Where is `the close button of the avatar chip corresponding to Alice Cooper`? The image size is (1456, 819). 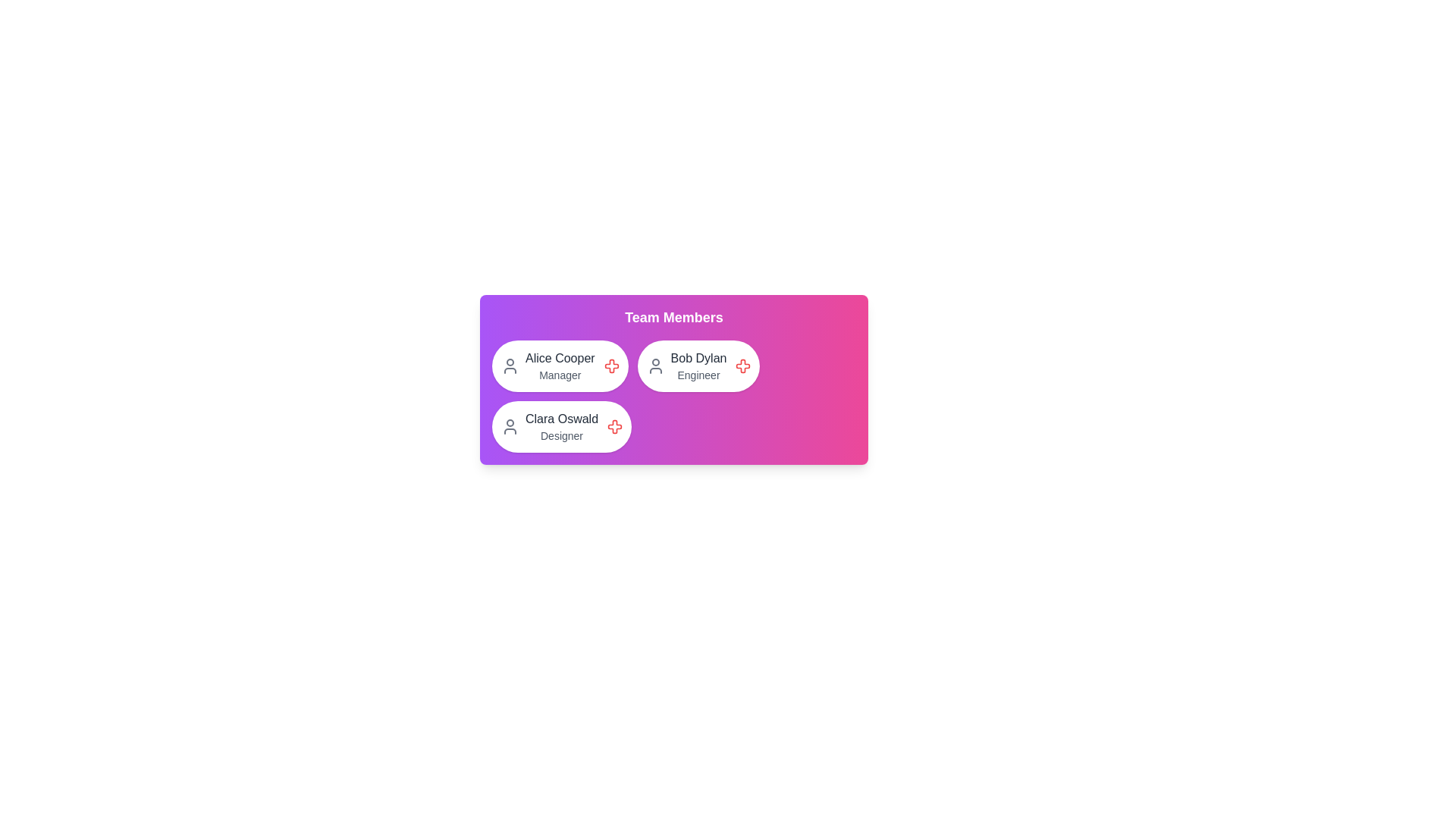
the close button of the avatar chip corresponding to Alice Cooper is located at coordinates (611, 366).